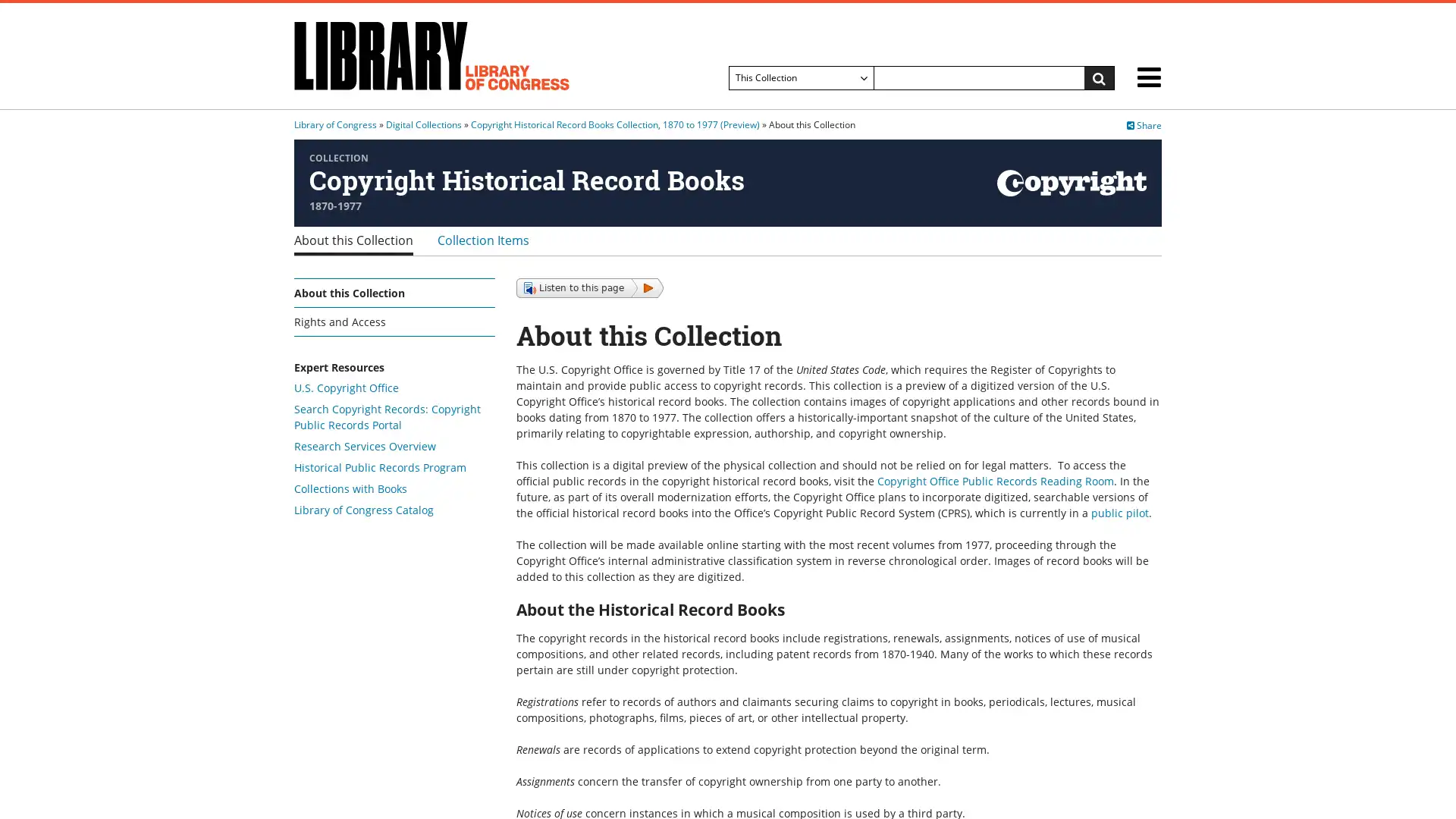  I want to click on Search, so click(1099, 78).